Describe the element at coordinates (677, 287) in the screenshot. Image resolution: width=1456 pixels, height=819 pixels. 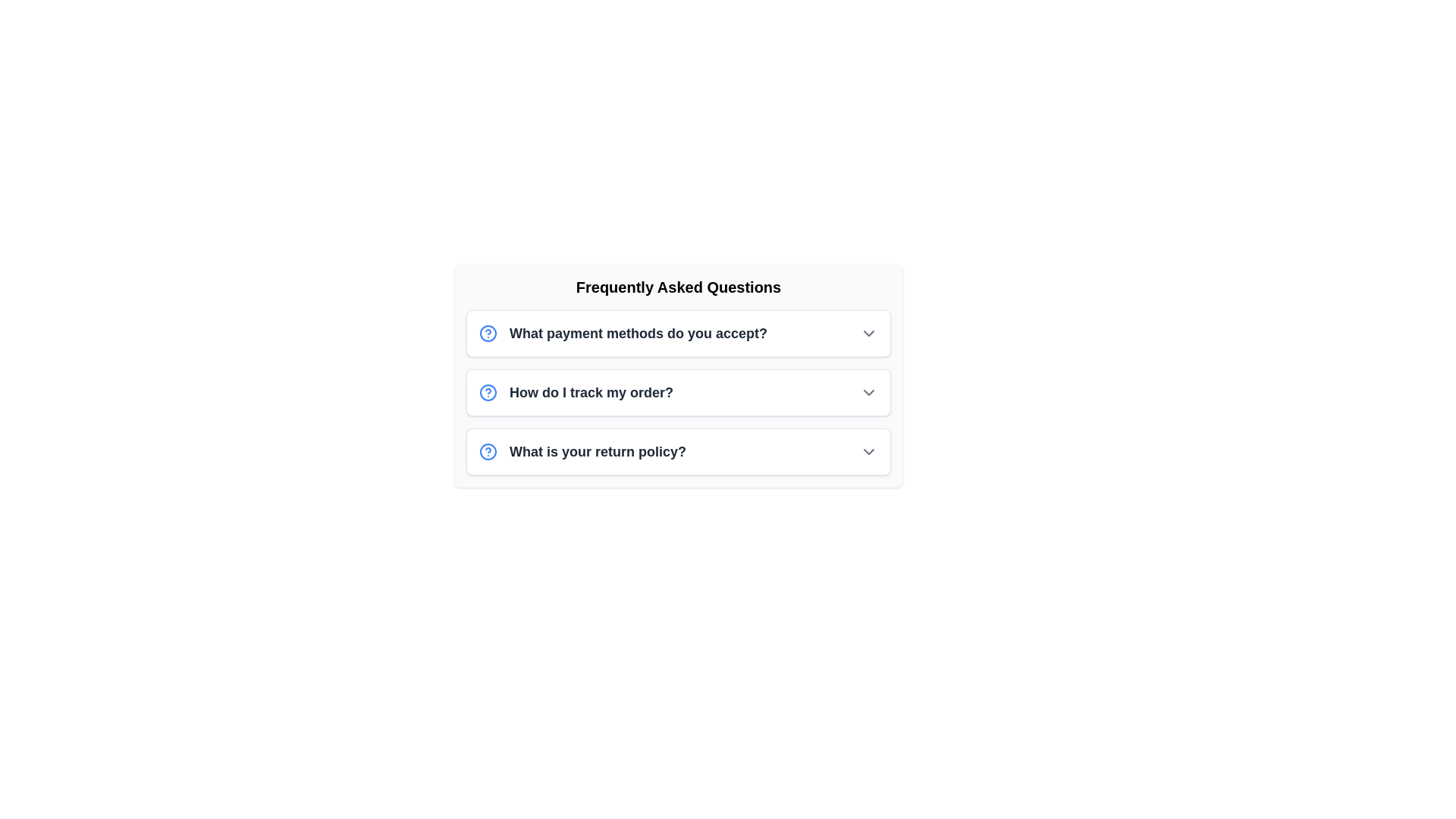
I see `text of the heading for the Frequently Asked Questions section, which is located at the top of the card-like section` at that location.